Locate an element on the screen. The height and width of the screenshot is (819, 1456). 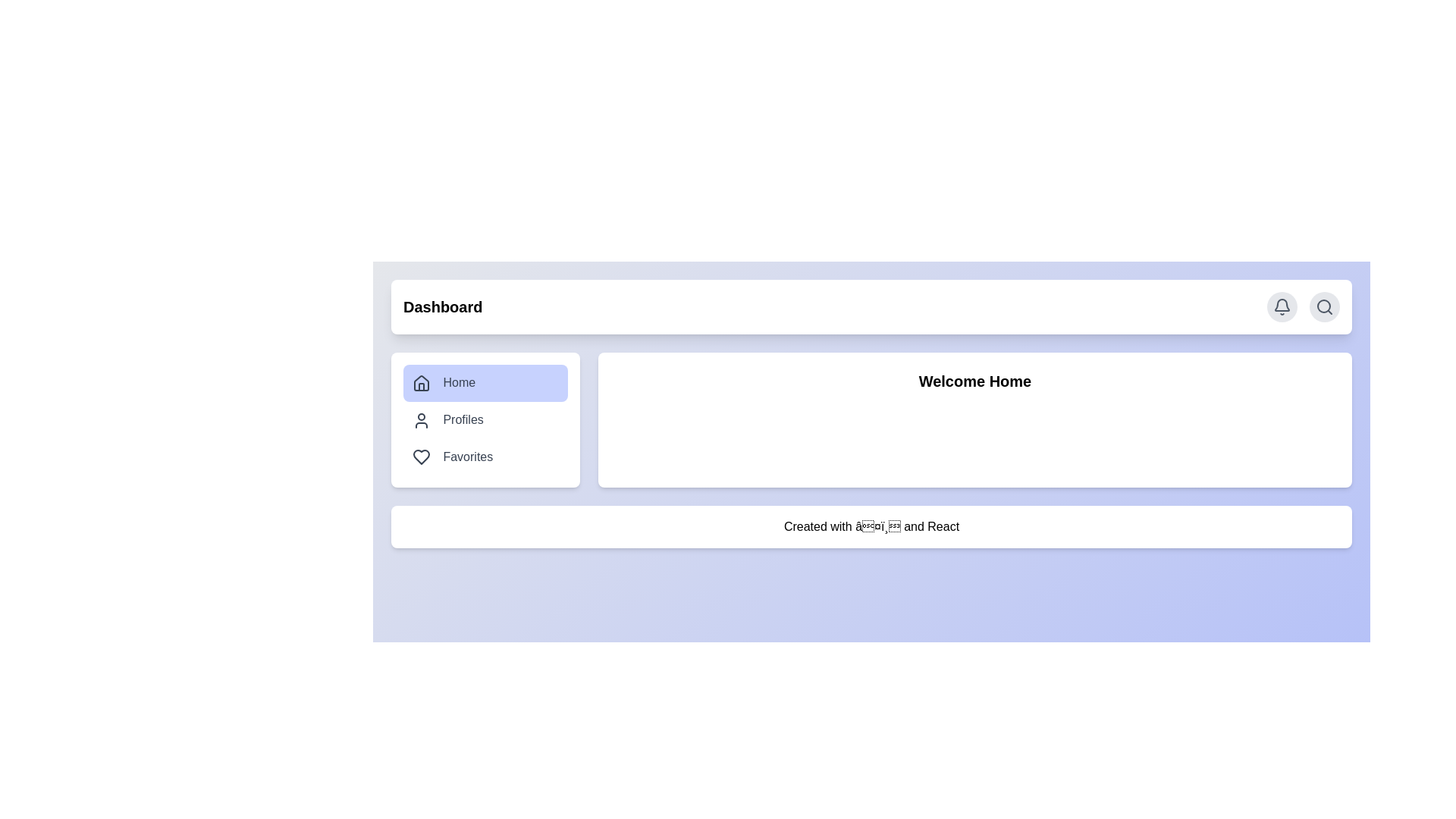
the text label that reads 'Created with ❤️ and React', which is styled with a neutral font and centered within a rounded rectangle at the bottom of the layout is located at coordinates (871, 526).